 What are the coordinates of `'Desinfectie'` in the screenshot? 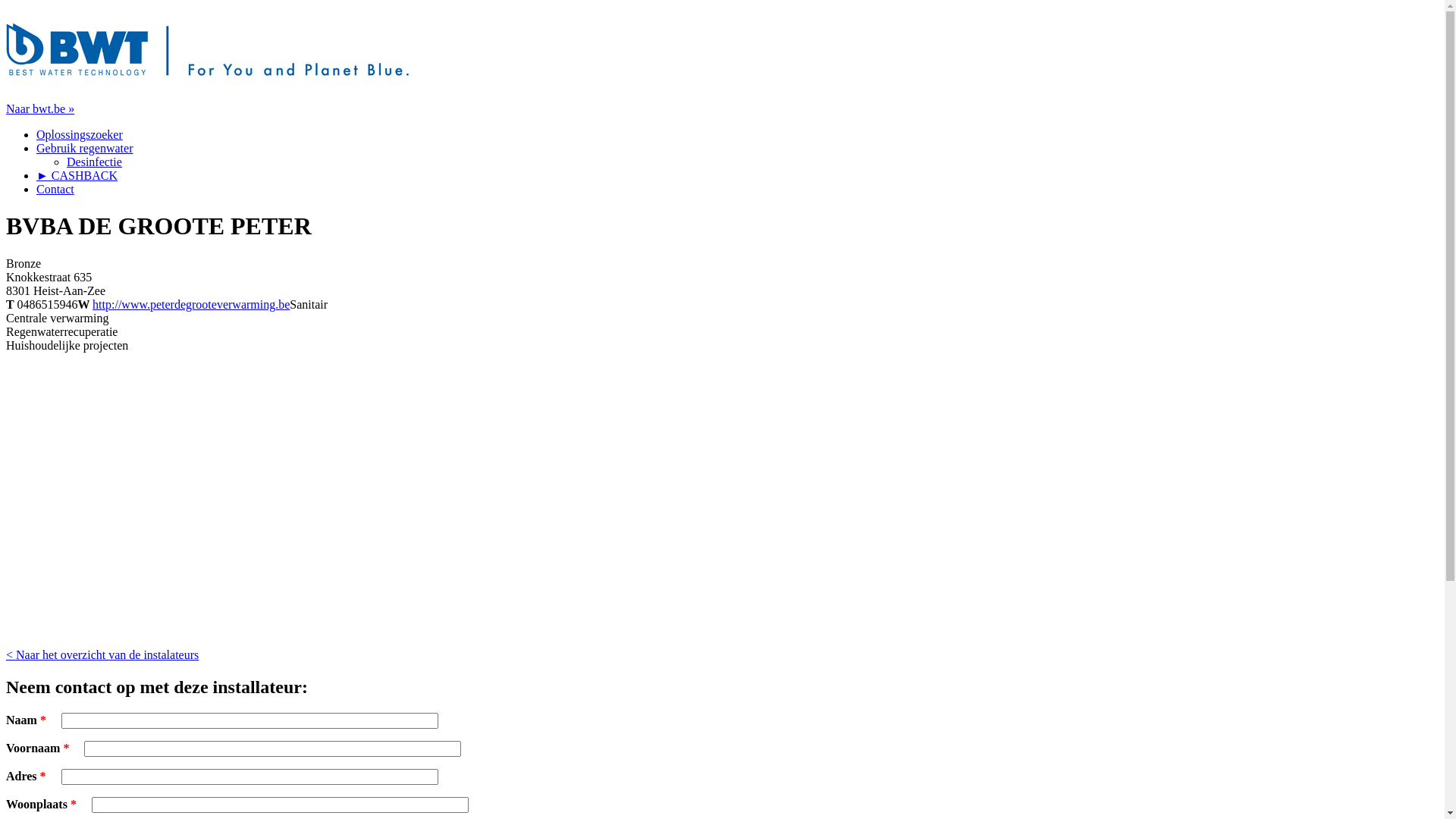 It's located at (93, 162).